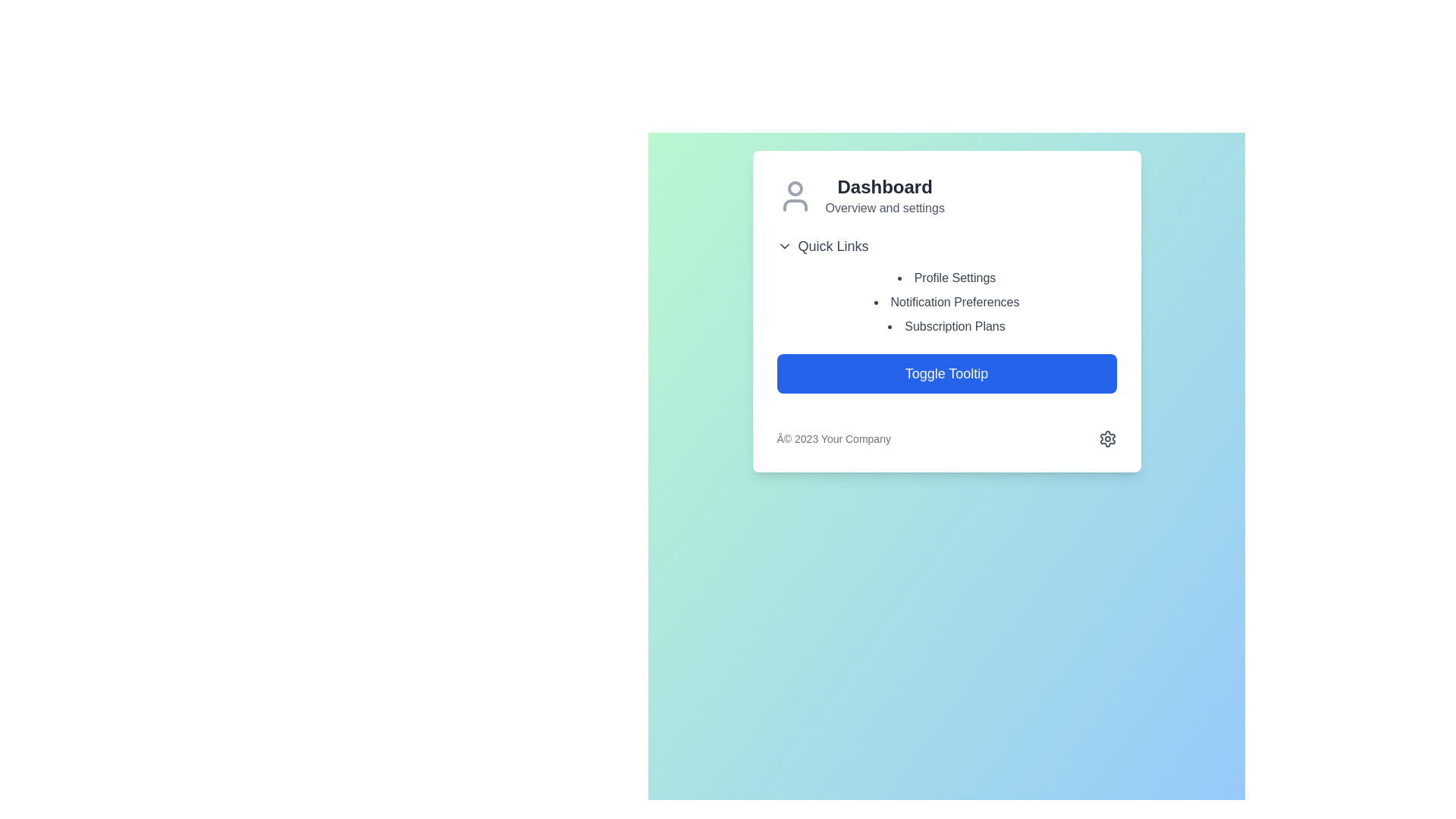 This screenshot has height=819, width=1456. What do you see at coordinates (794, 195) in the screenshot?
I see `the minimalist gray outline user icon located at the top-left corner of the panel near the 'Dashboard' header text` at bounding box center [794, 195].